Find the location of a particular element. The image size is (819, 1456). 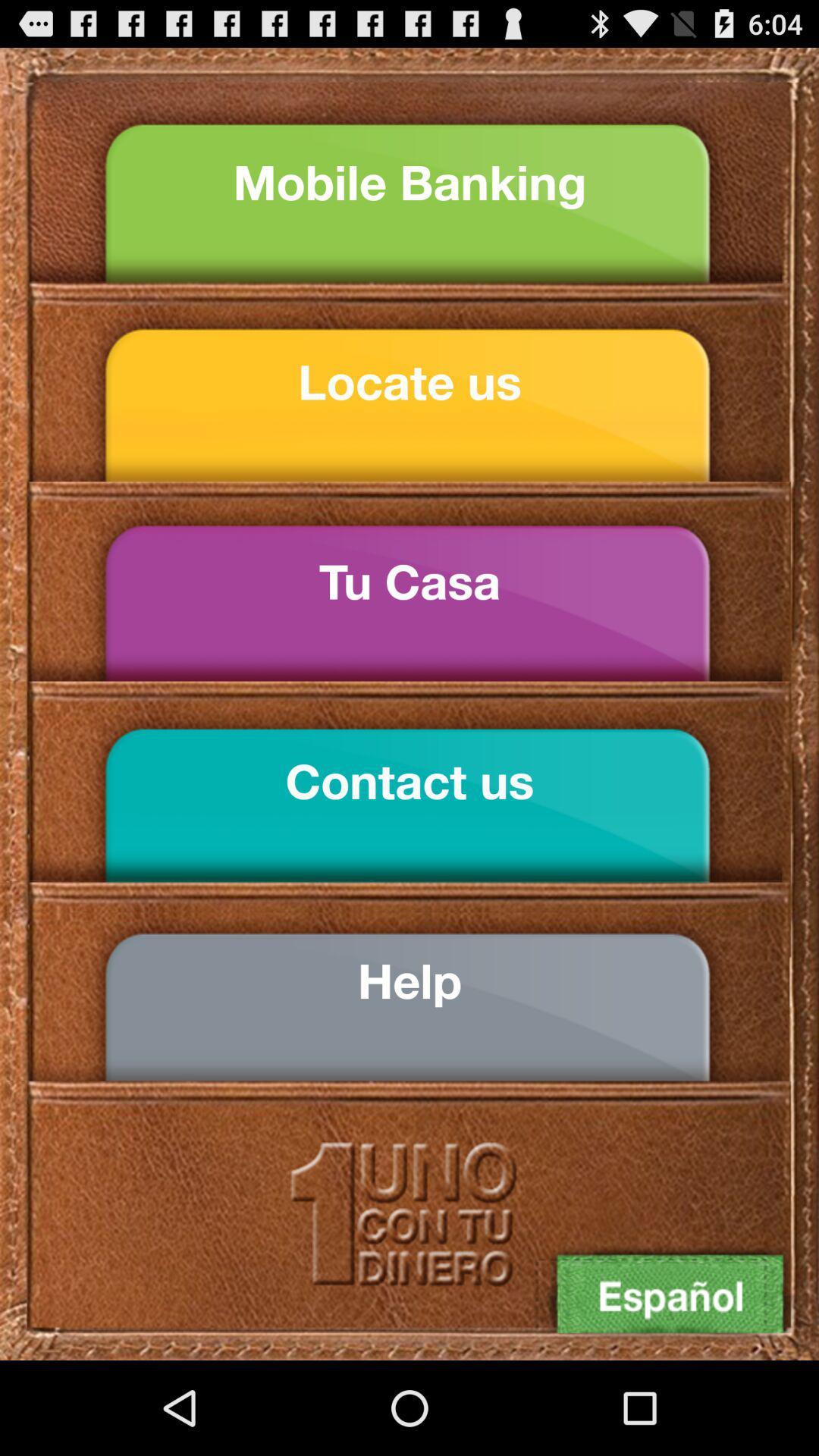

locate us app is located at coordinates (409, 382).